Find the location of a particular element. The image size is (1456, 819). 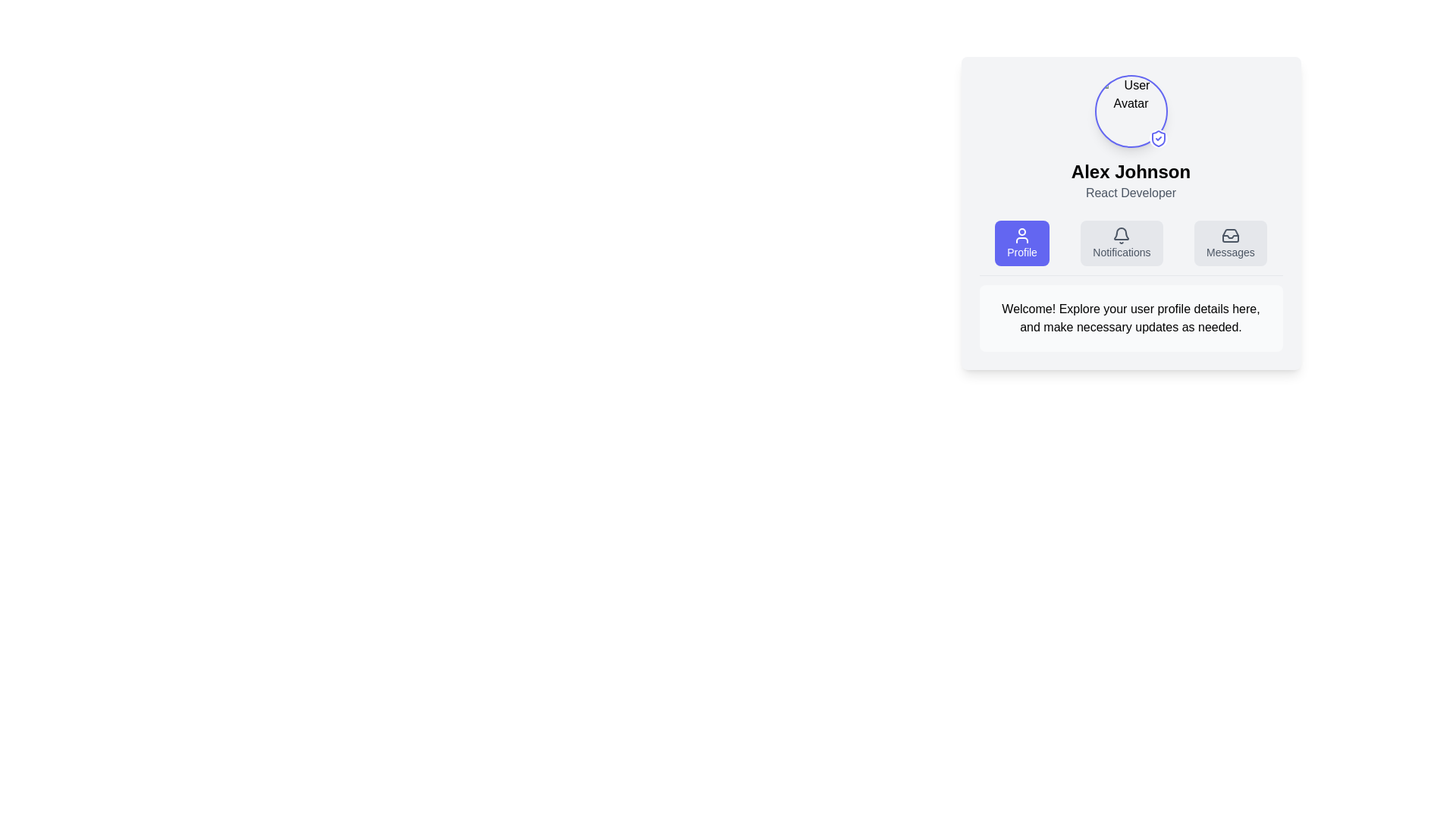

the 'Messages' button, which contains an inbox icon with a gray outline is located at coordinates (1230, 236).